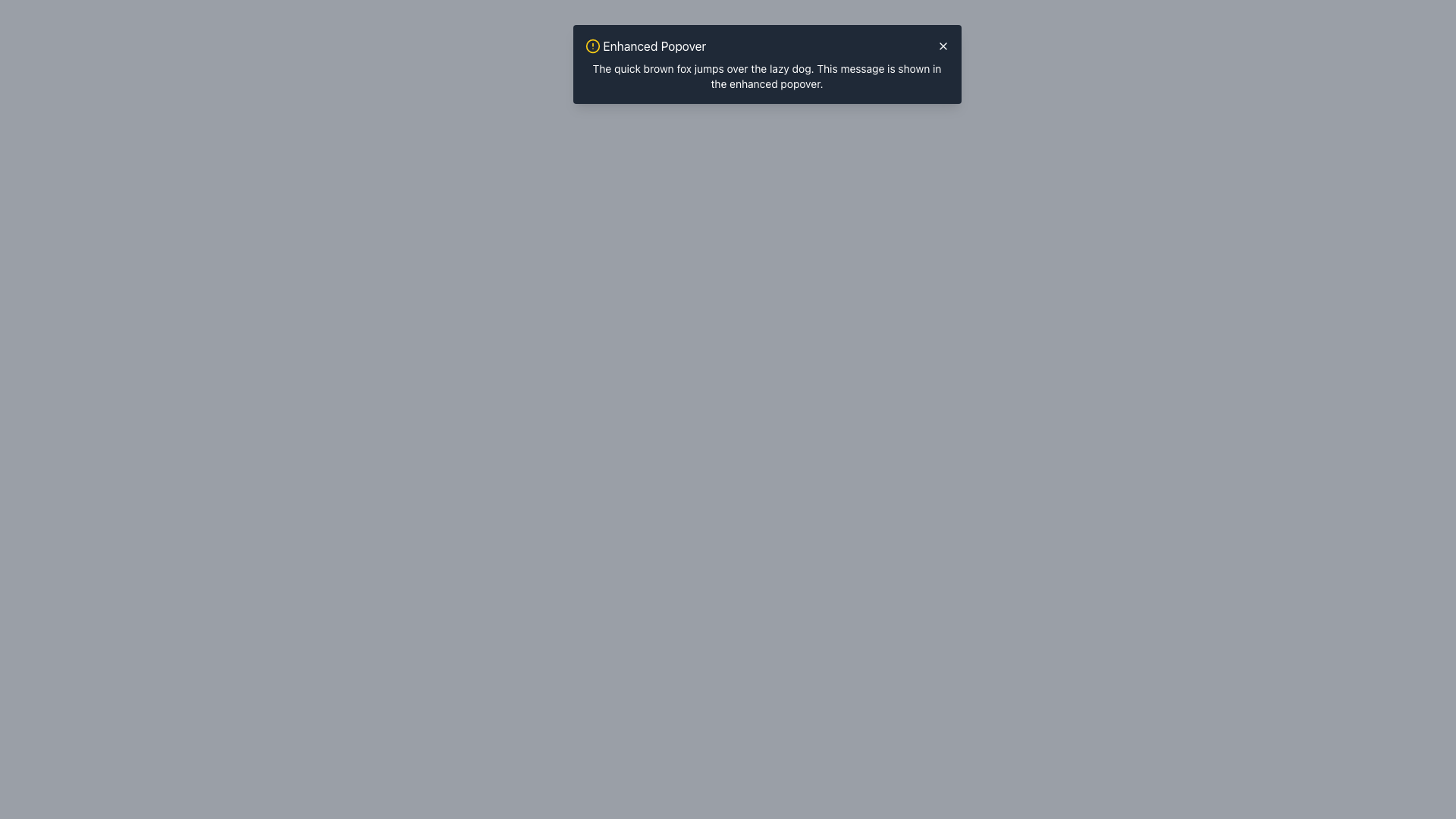  What do you see at coordinates (591, 45) in the screenshot?
I see `the Alert Indicator Icon located to the immediate left of the text 'Enhanced Popover' within the notification box` at bounding box center [591, 45].